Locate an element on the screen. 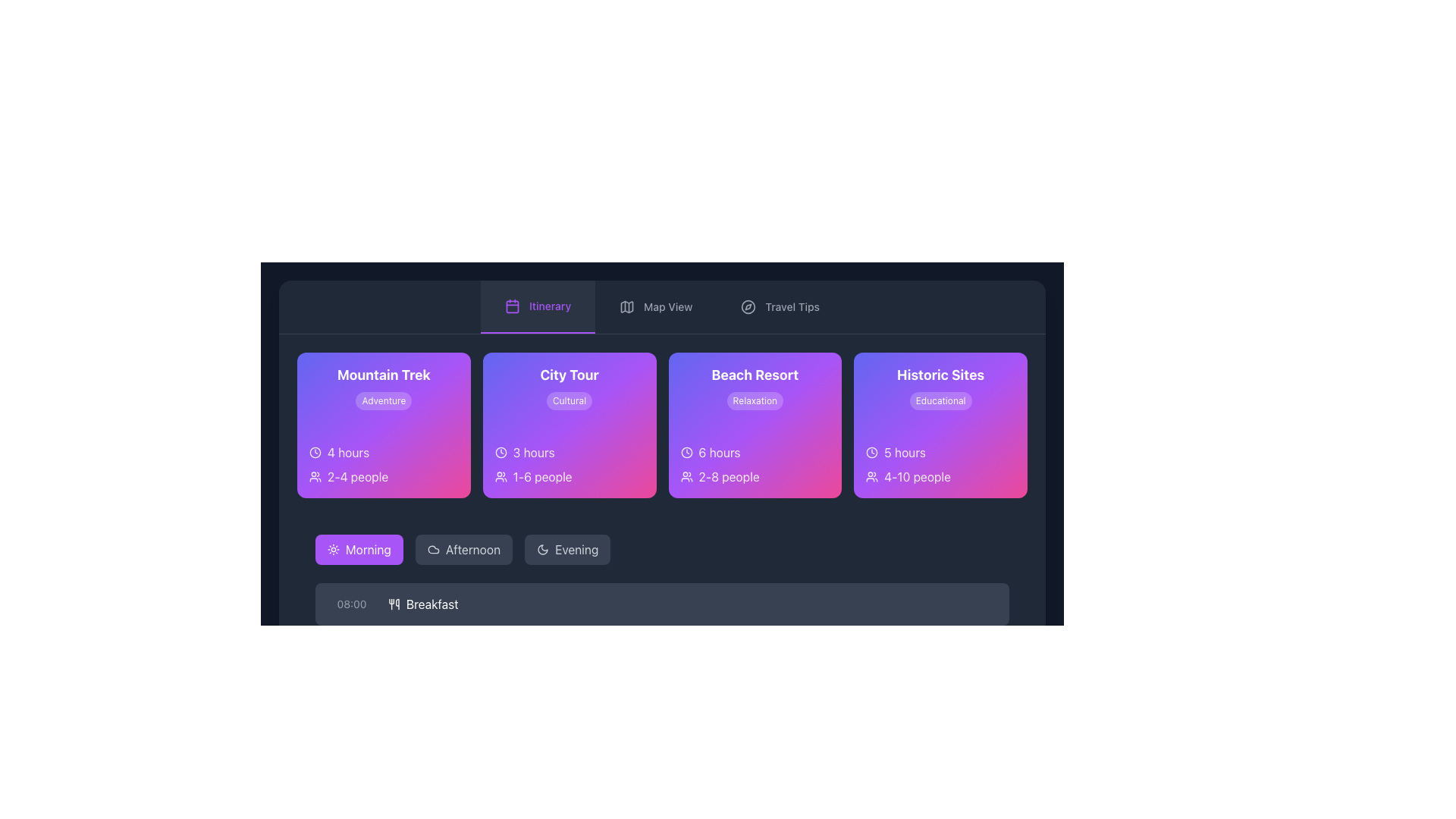 This screenshot has width=1456, height=819. the group icon that visually symbolizes the concept of '4-10 people' located at the top-left corner of the corresponding text in the Historic Sites card is located at coordinates (872, 475).